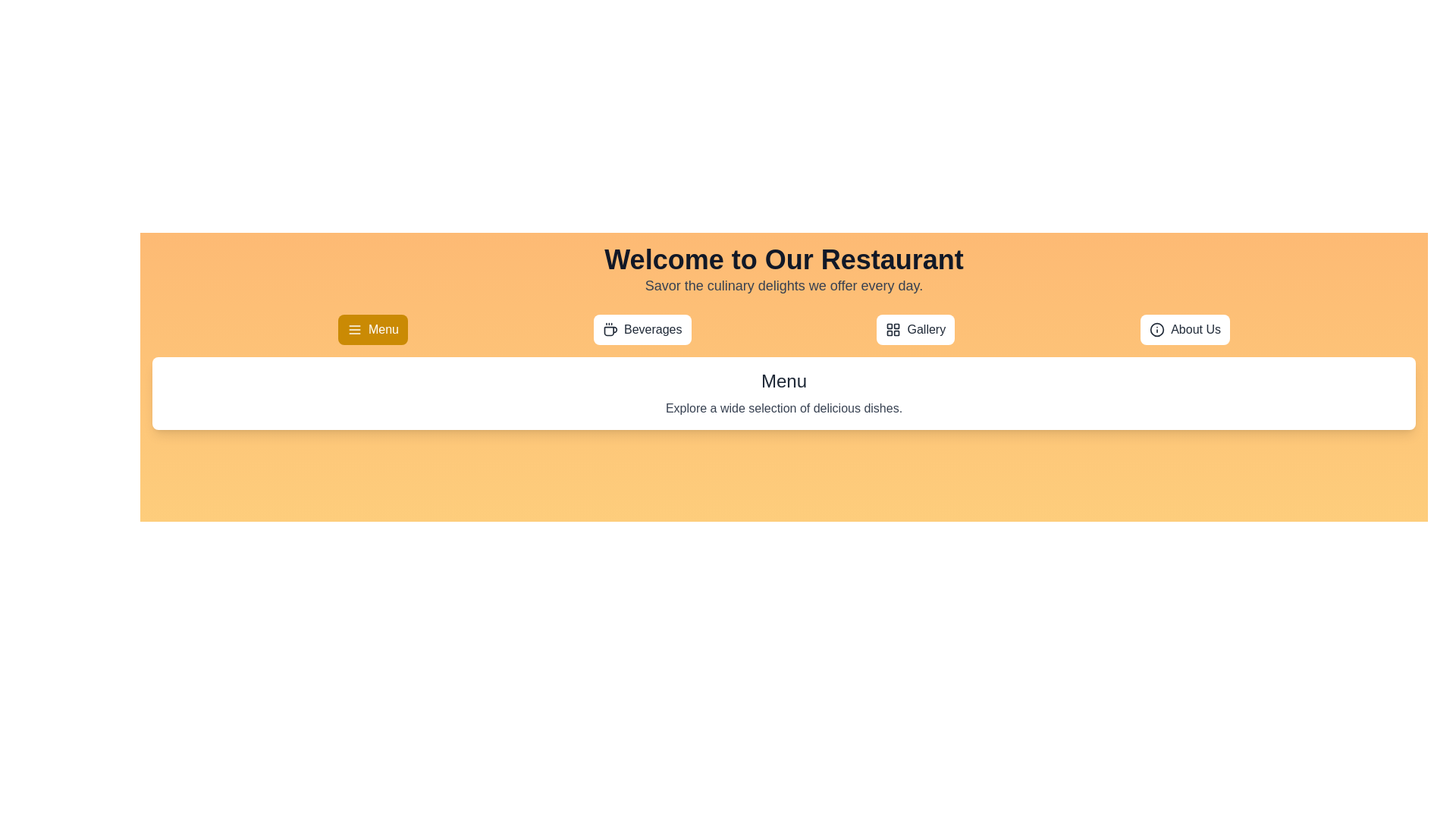 The height and width of the screenshot is (819, 1456). I want to click on the Menu tab to view its content, so click(372, 329).